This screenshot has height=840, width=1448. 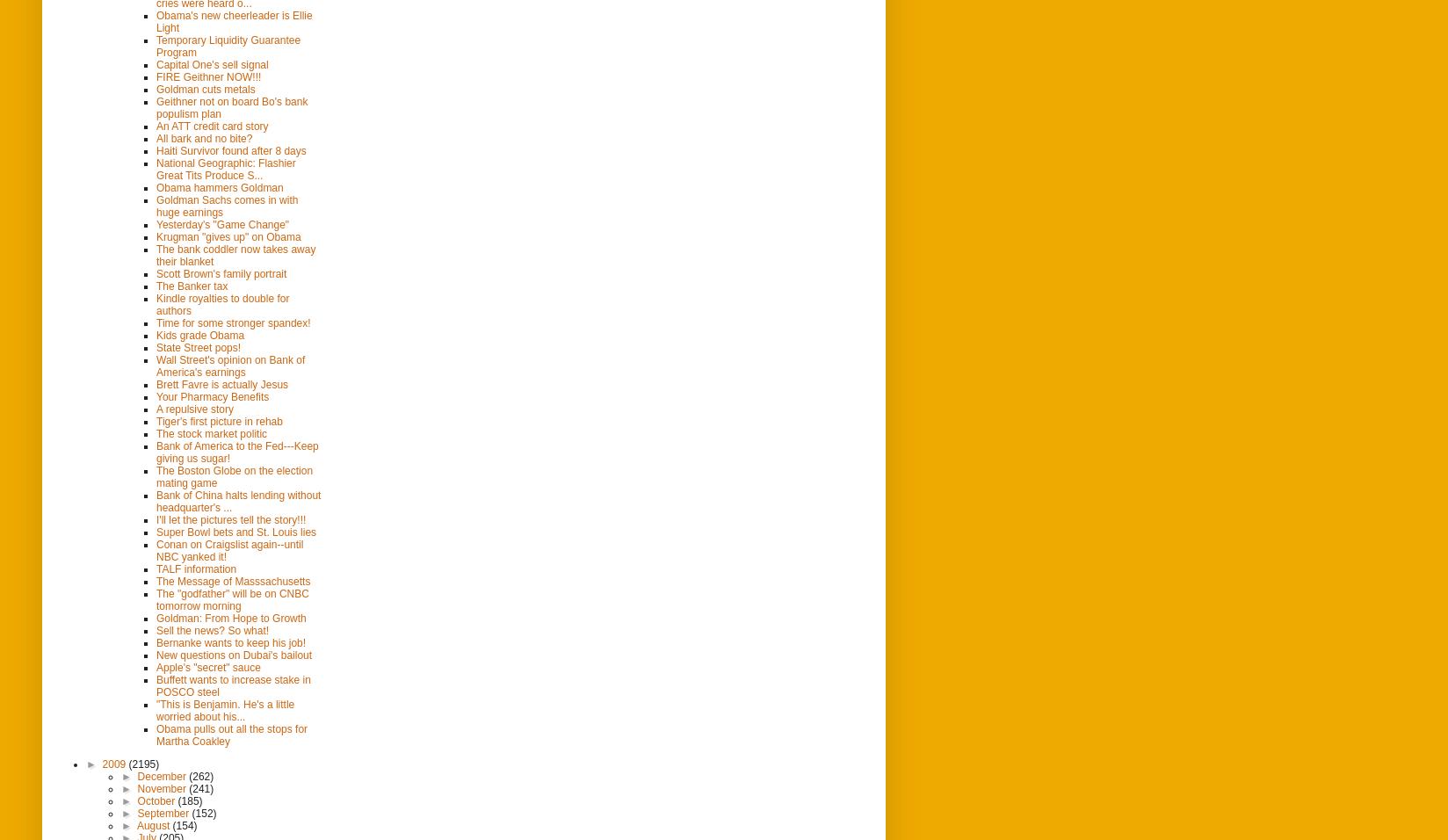 What do you see at coordinates (156, 630) in the screenshot?
I see `'Sell the news? So what!'` at bounding box center [156, 630].